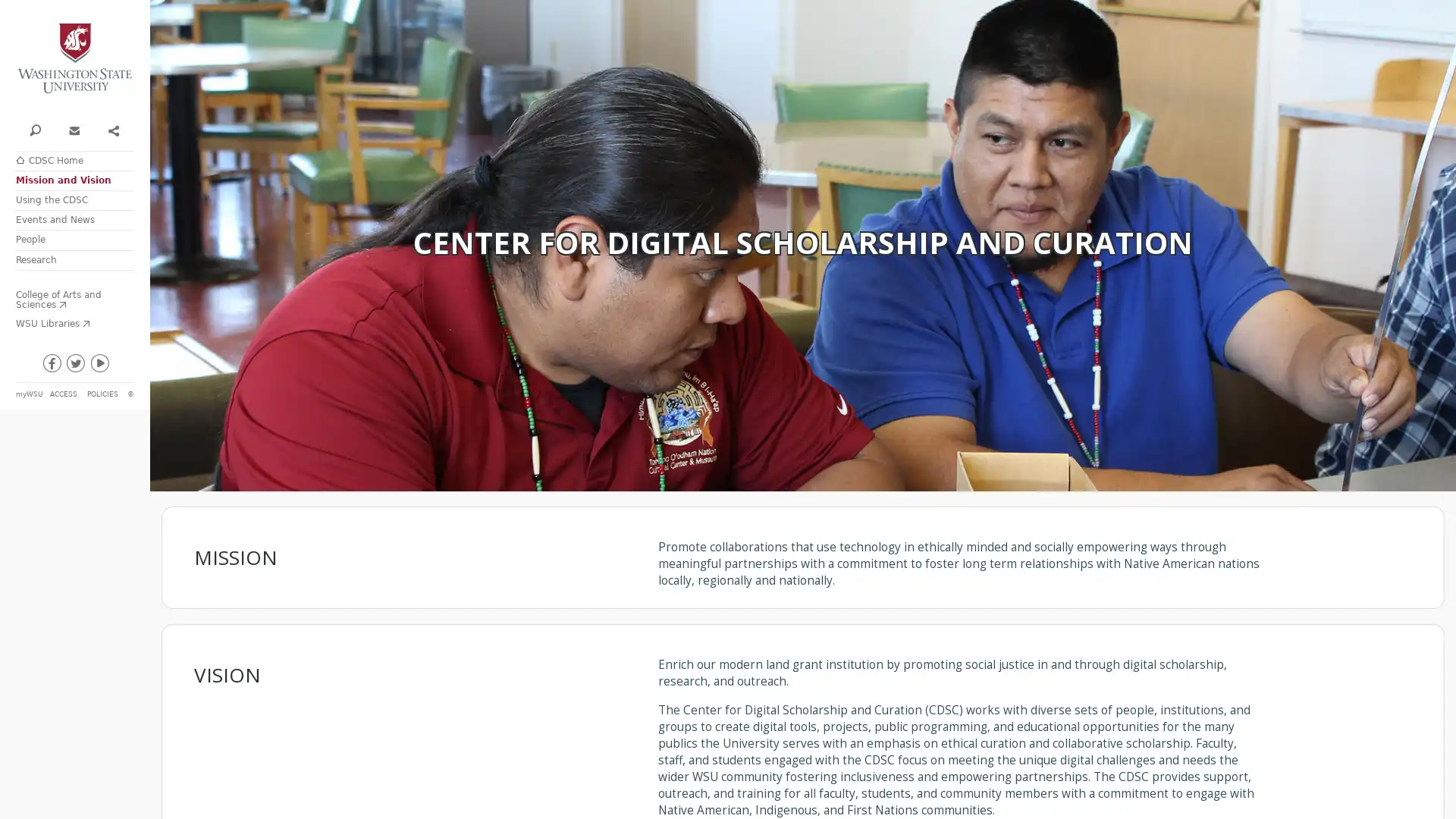  I want to click on Share, so click(111, 128).